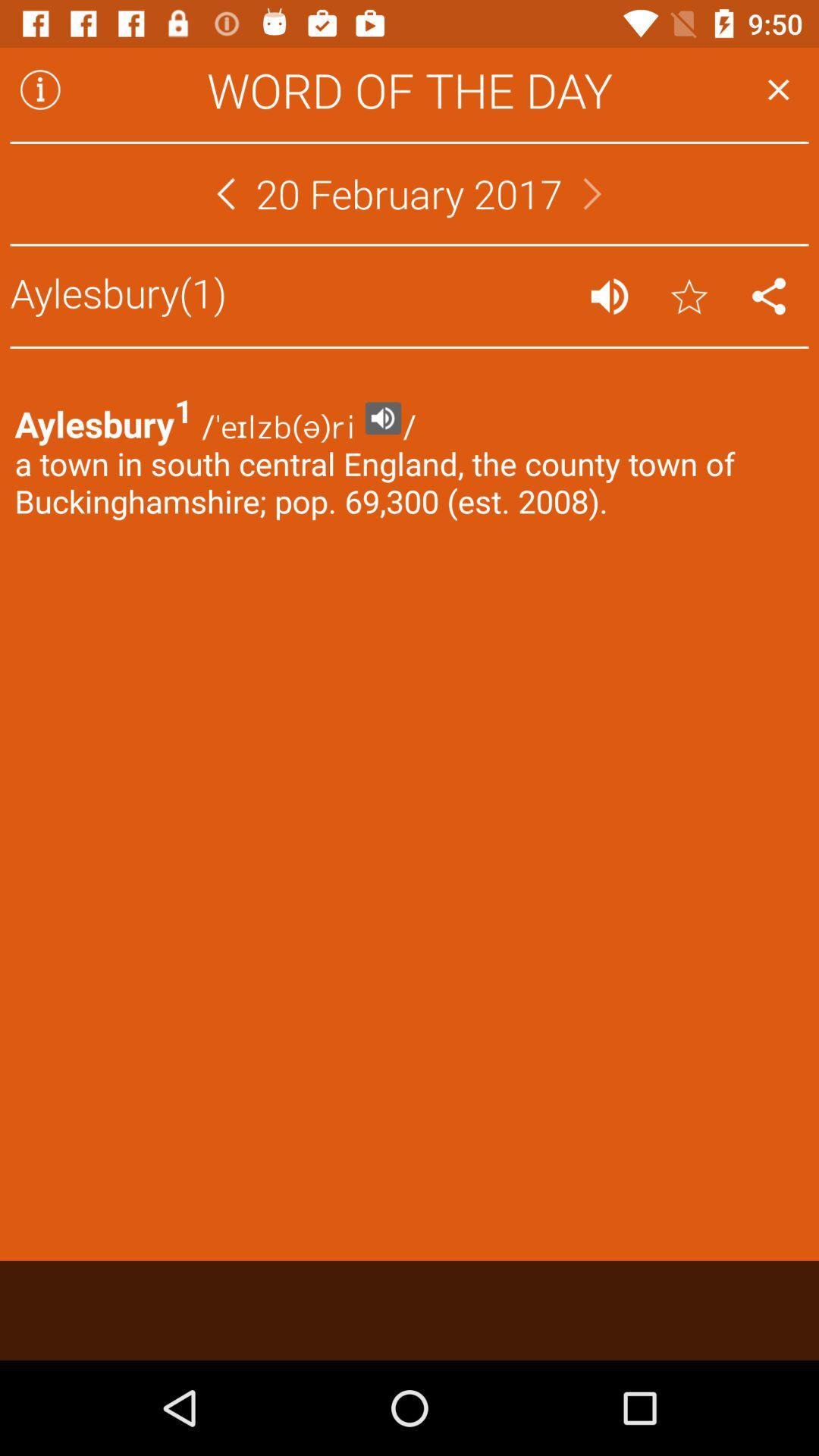 The image size is (819, 1456). What do you see at coordinates (225, 193) in the screenshot?
I see `app to the left of the 20 february 2017 icon` at bounding box center [225, 193].